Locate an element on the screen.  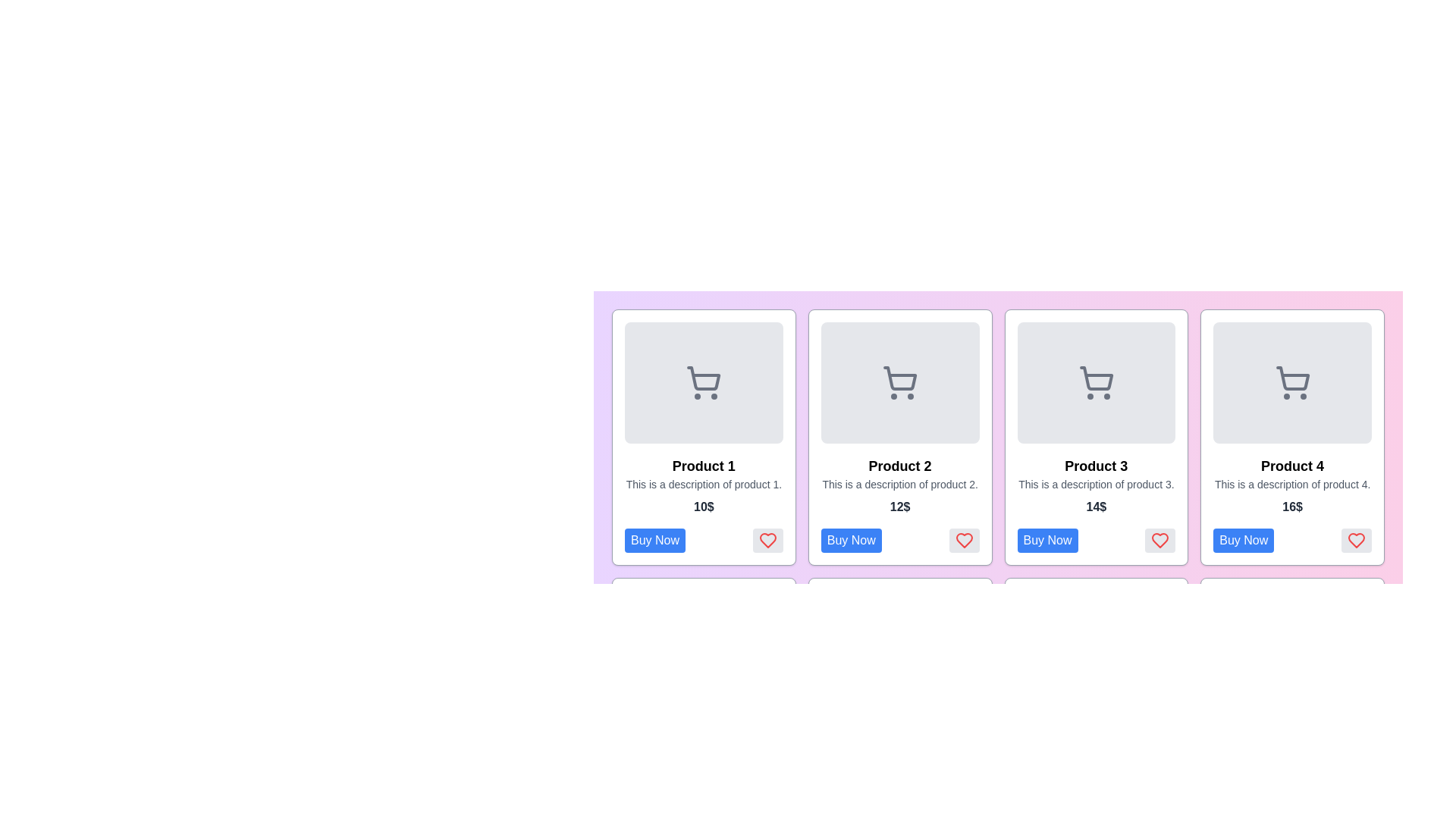
the text description element located in the fourth product card from the left, positioned below the product title 'Product 4' and above the price '16$' is located at coordinates (1291, 485).